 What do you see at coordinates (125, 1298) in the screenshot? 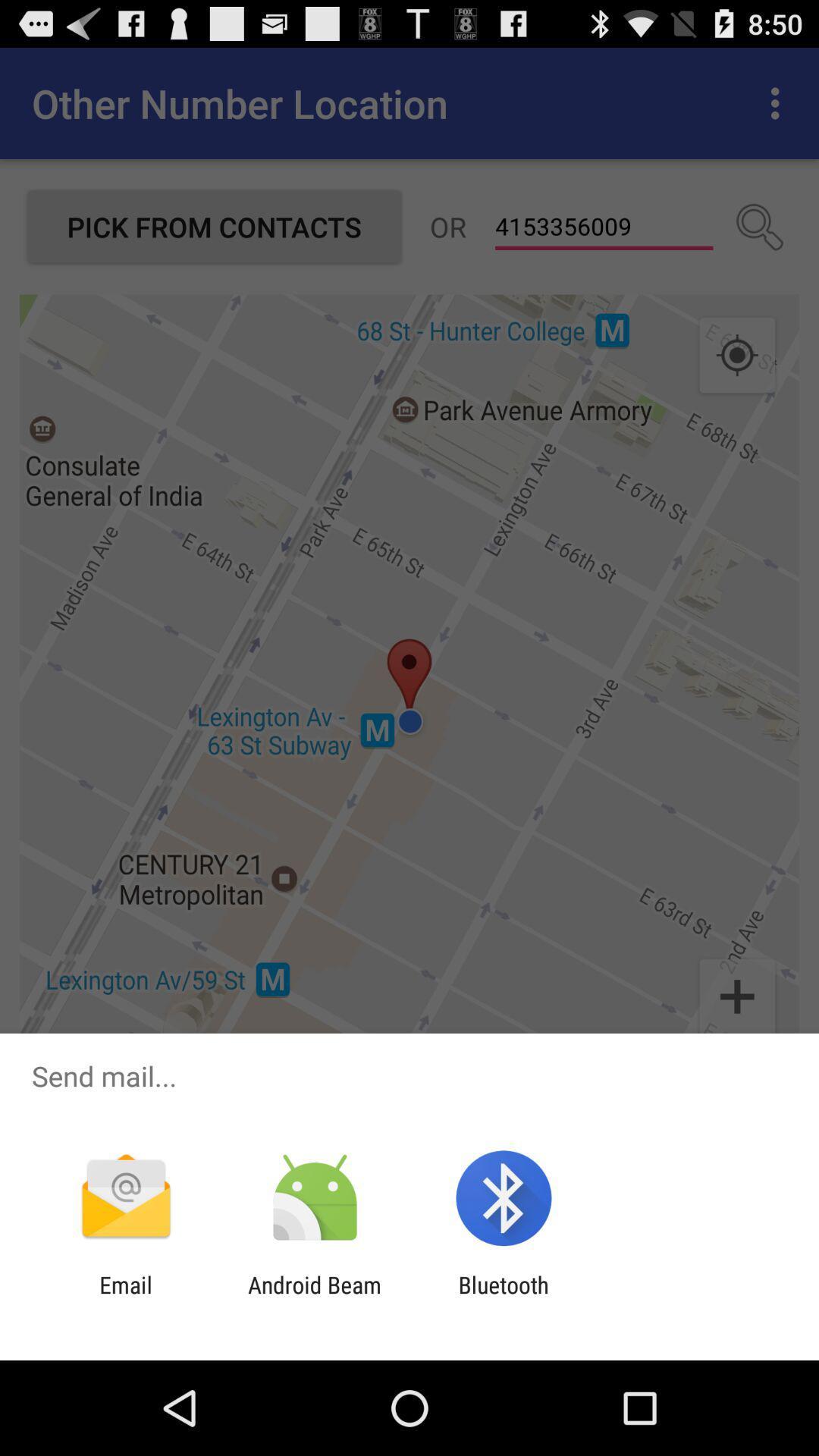
I see `the email item` at bounding box center [125, 1298].